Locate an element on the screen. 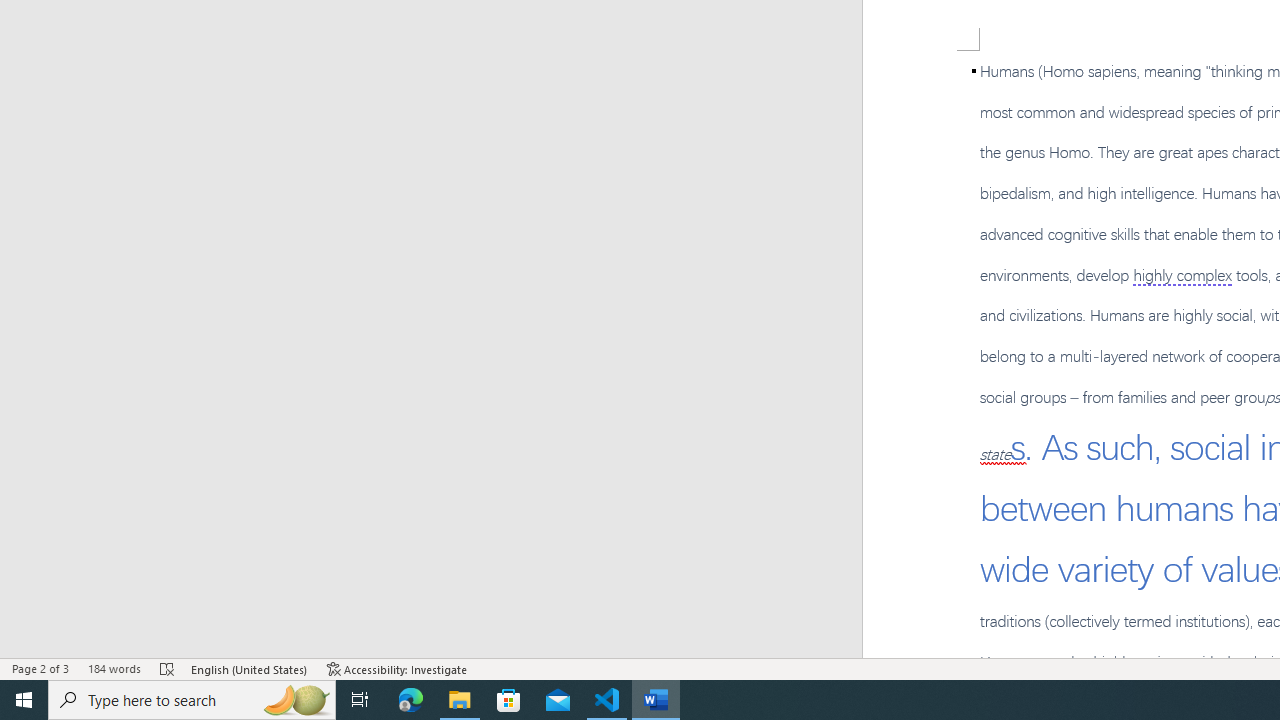 The height and width of the screenshot is (720, 1280). 'Microsoft Edge' is located at coordinates (410, 698).